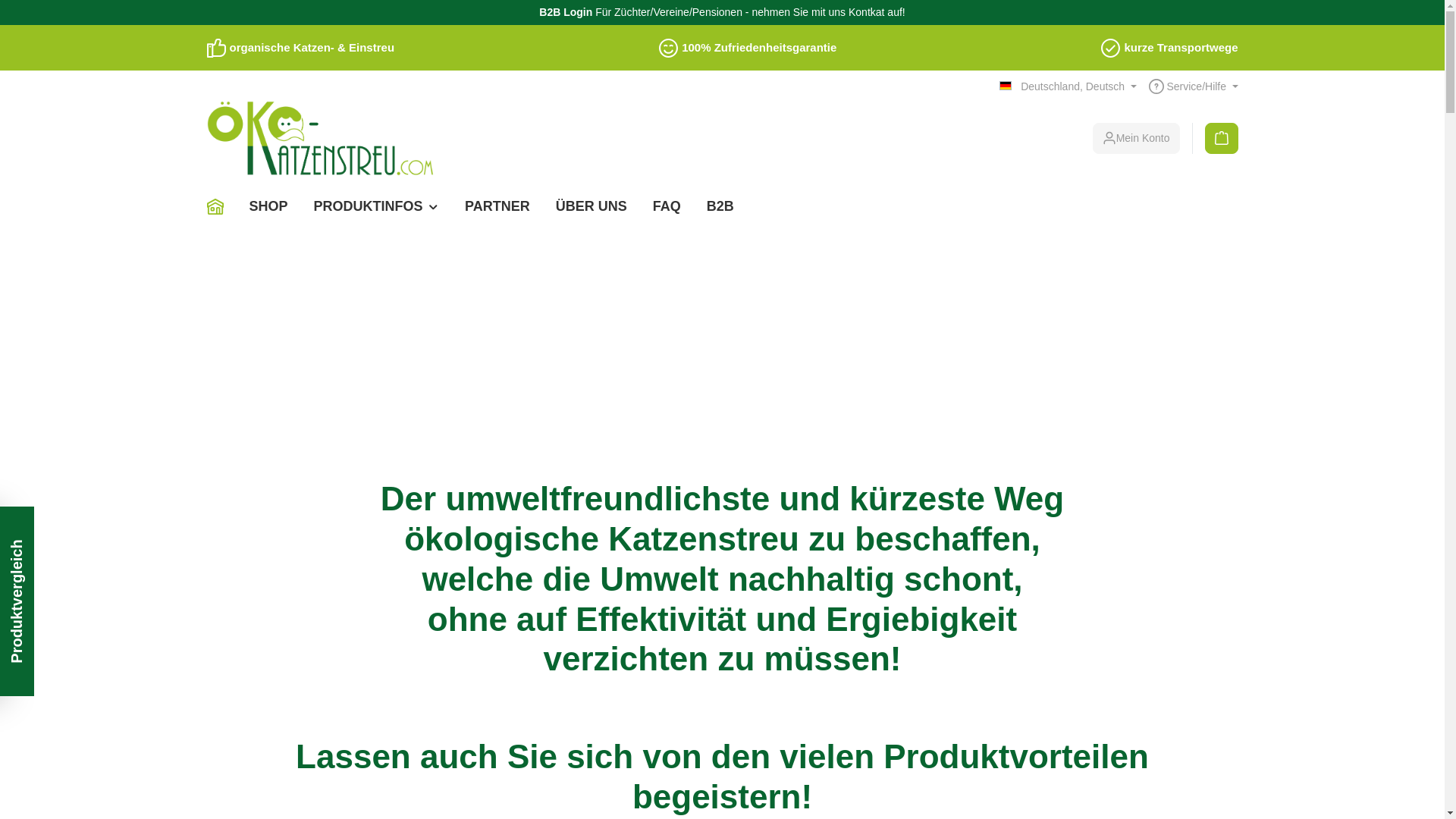 The height and width of the screenshot is (819, 1456). Describe the element at coordinates (1215, 138) in the screenshot. I see `'Warenkorb'` at that location.